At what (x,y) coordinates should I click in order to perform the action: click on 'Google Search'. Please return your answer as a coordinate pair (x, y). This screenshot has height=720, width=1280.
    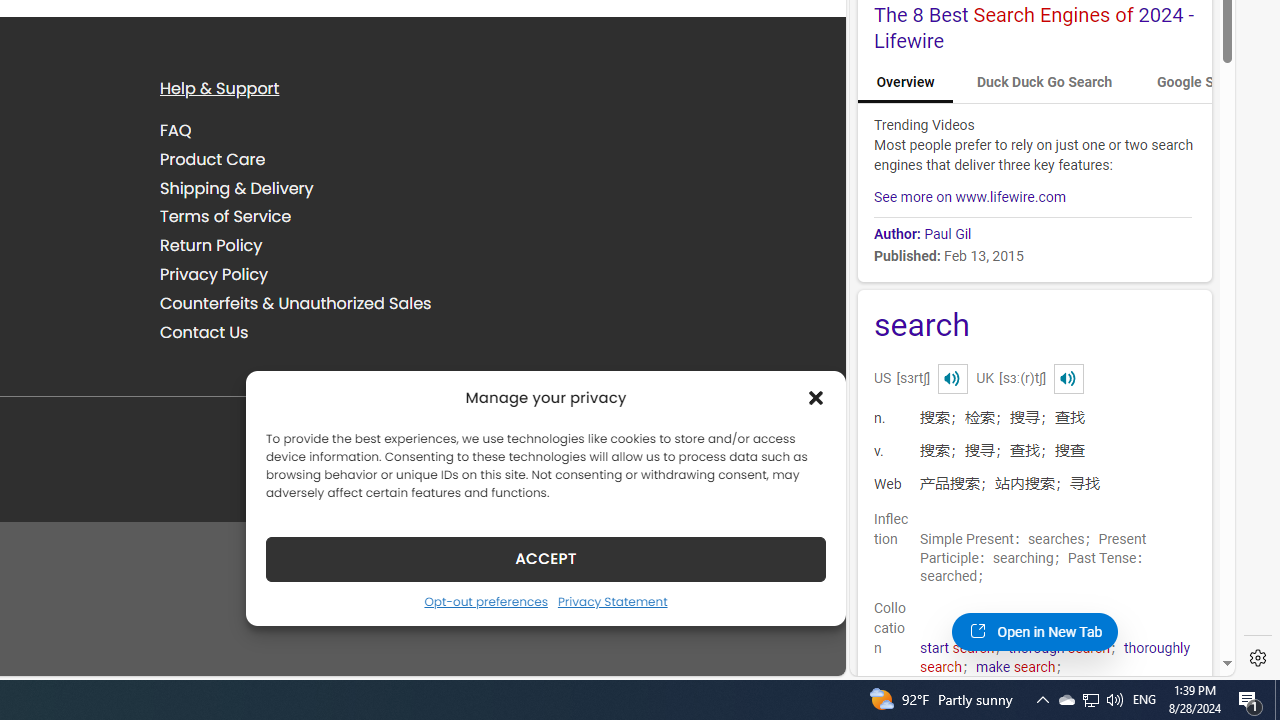
    Looking at the image, I should click on (1202, 82).